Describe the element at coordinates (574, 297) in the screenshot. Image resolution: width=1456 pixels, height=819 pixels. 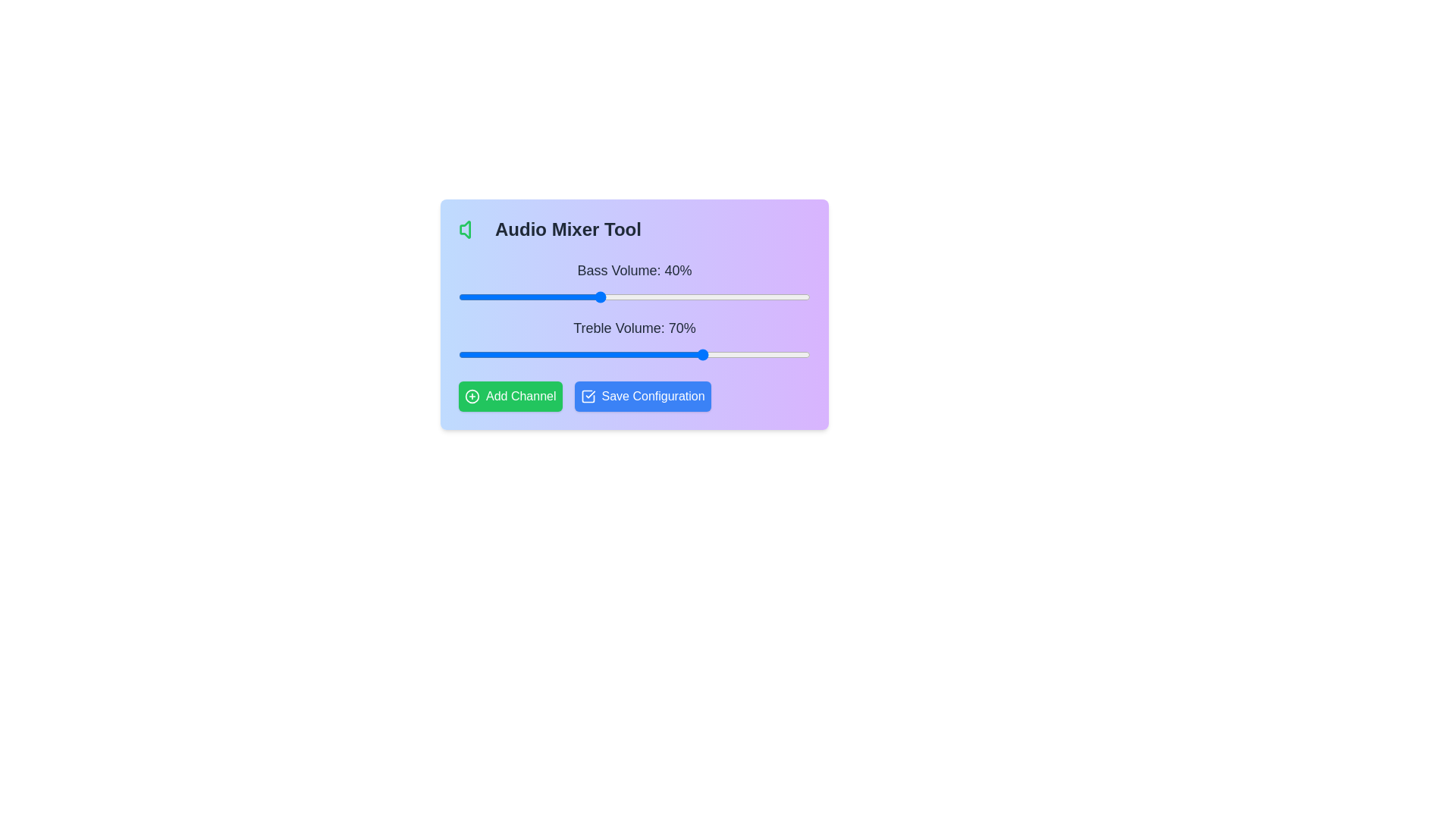
I see `the slider` at that location.